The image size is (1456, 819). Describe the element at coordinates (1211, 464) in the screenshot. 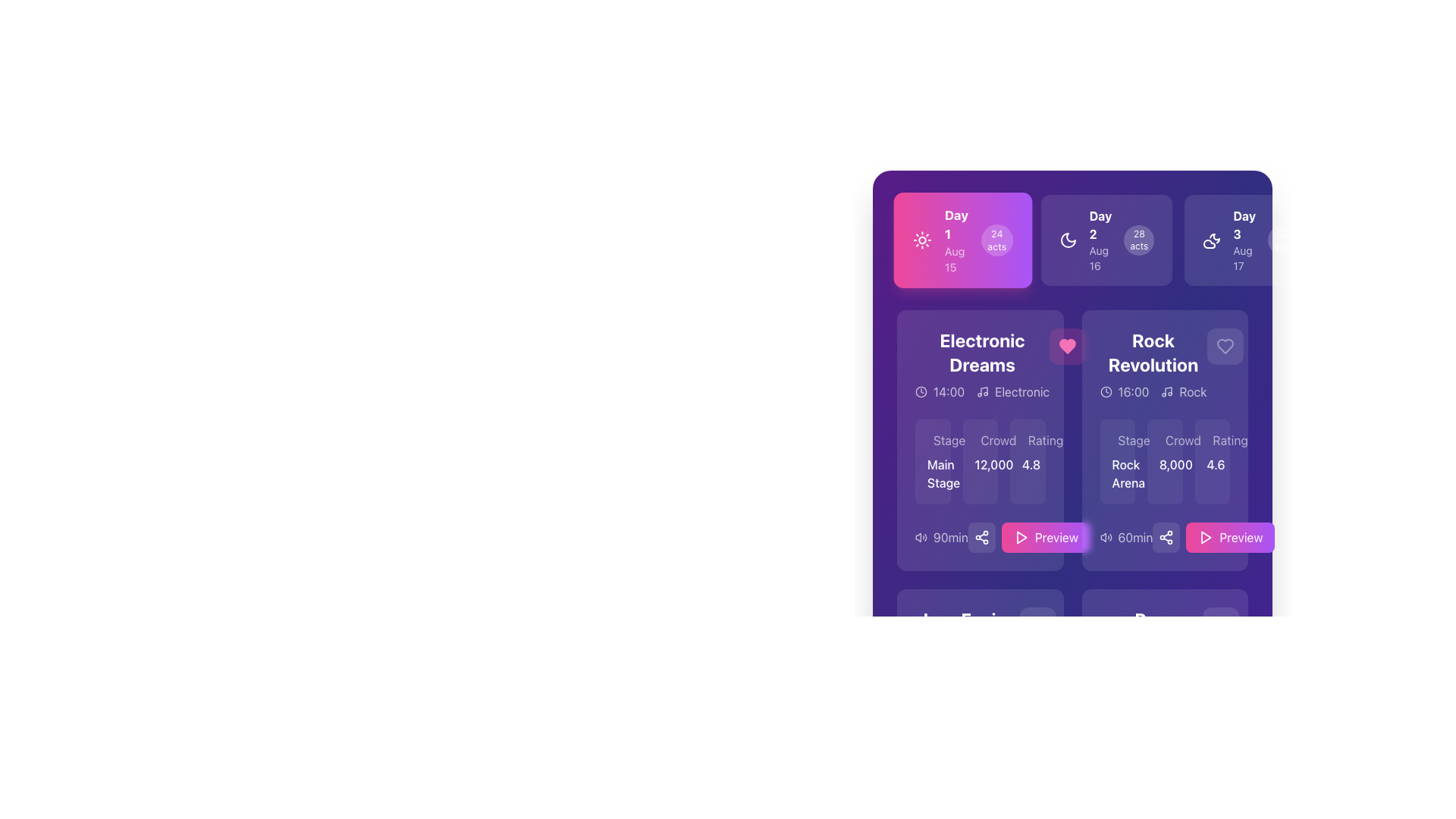

I see `the formatted numeric text '4.6' displayed in a white medium-weight font within the dark purple 'Rating' section under the 'Rock Revolution' header` at that location.